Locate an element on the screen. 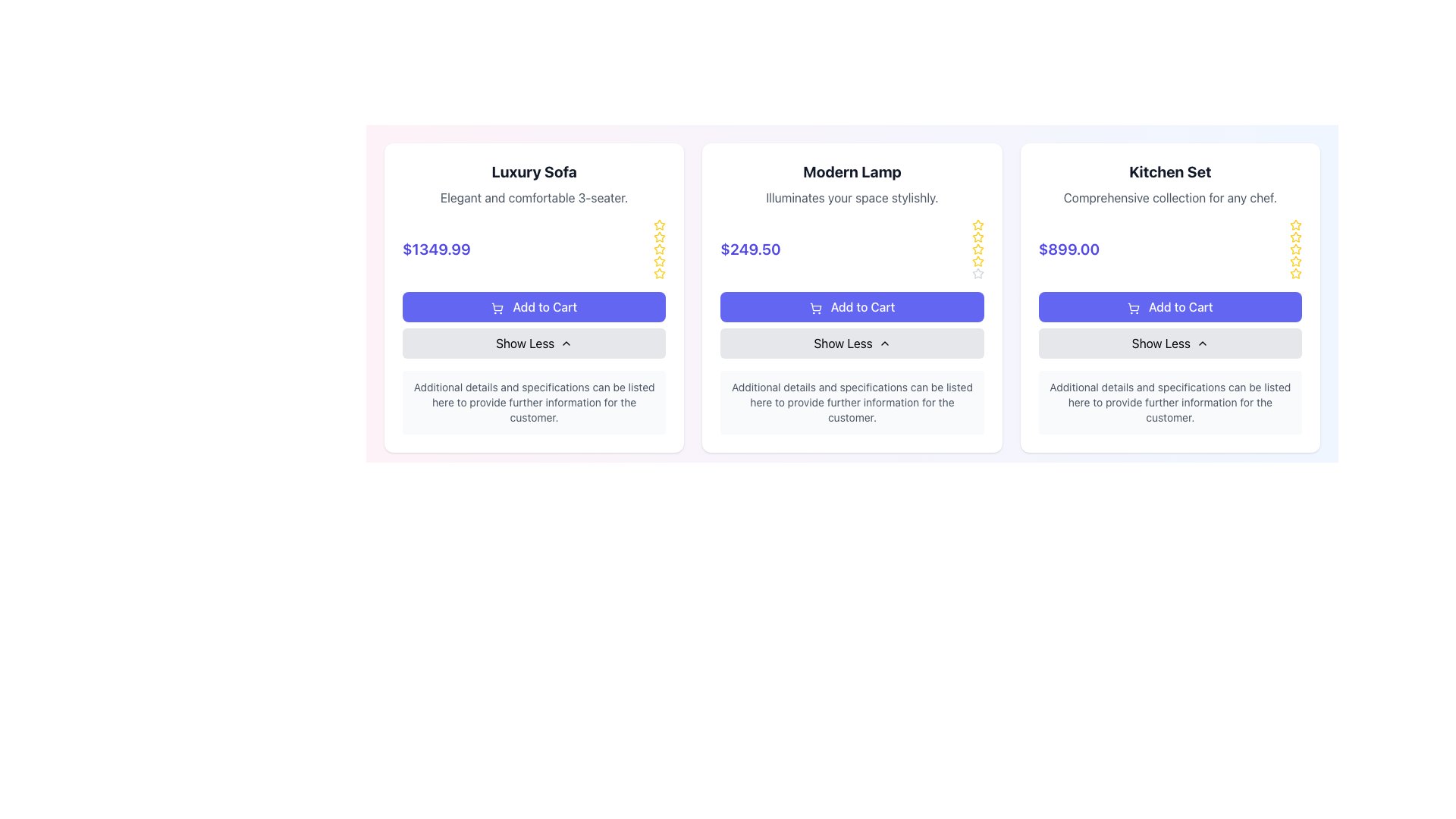 The height and width of the screenshot is (819, 1456). the second star icon in the rating system for the 'Luxury Sofa' product is located at coordinates (660, 237).